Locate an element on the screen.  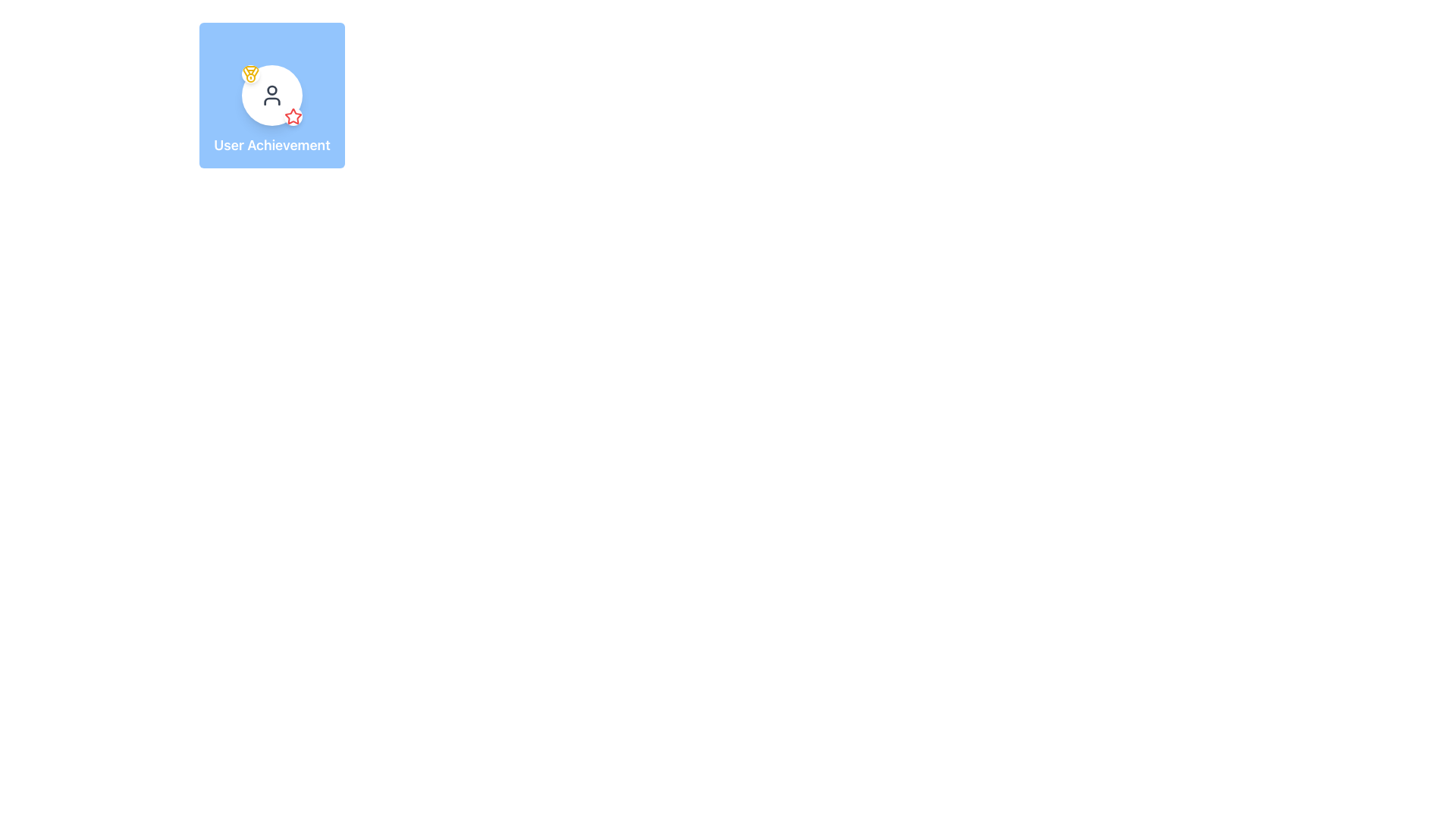
the user profile icon, which is visually represented within a circular element inside a blue square labeled 'User Achievement' is located at coordinates (272, 96).